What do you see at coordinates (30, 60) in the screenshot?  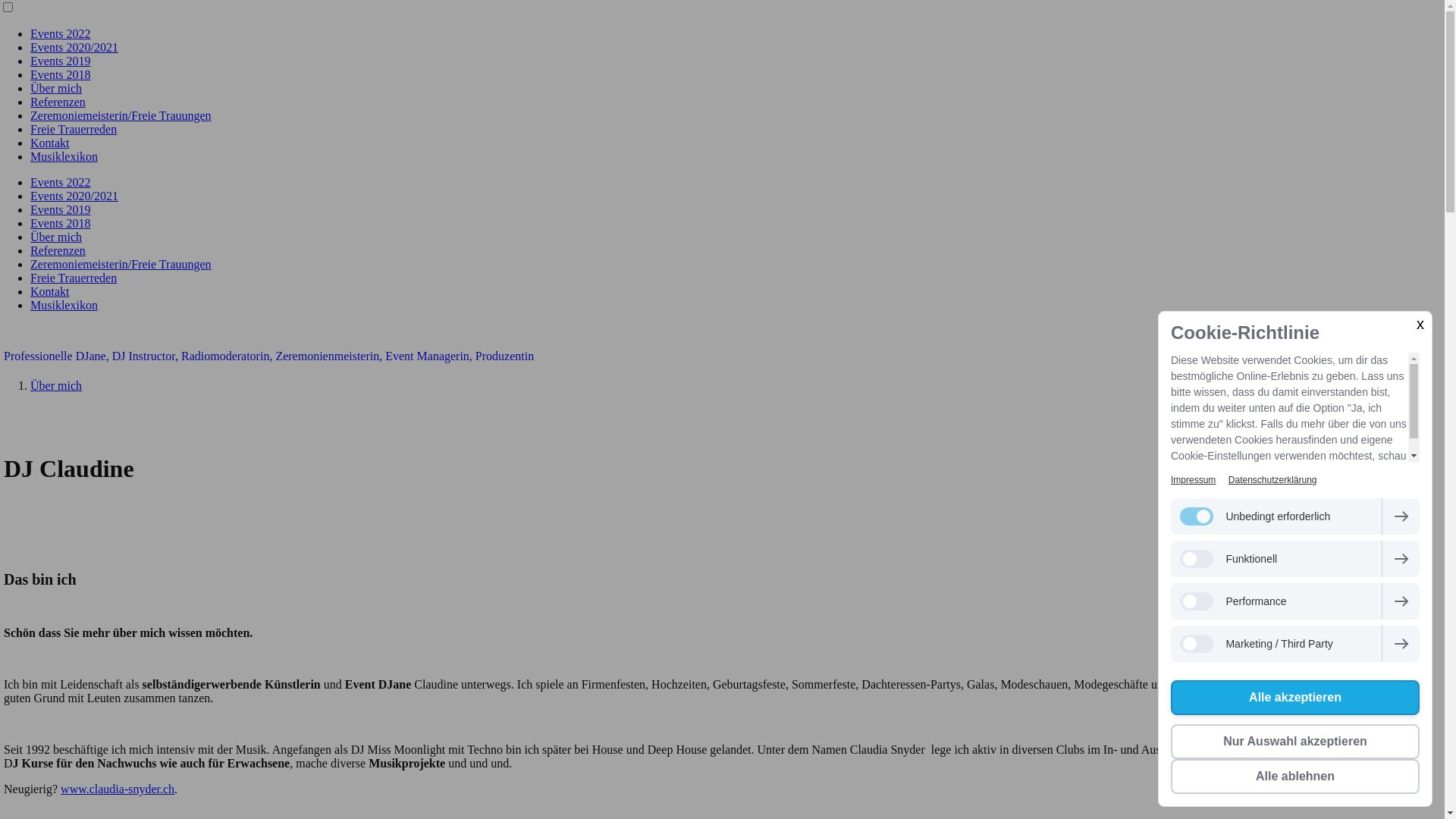 I see `'Events 2019'` at bounding box center [30, 60].